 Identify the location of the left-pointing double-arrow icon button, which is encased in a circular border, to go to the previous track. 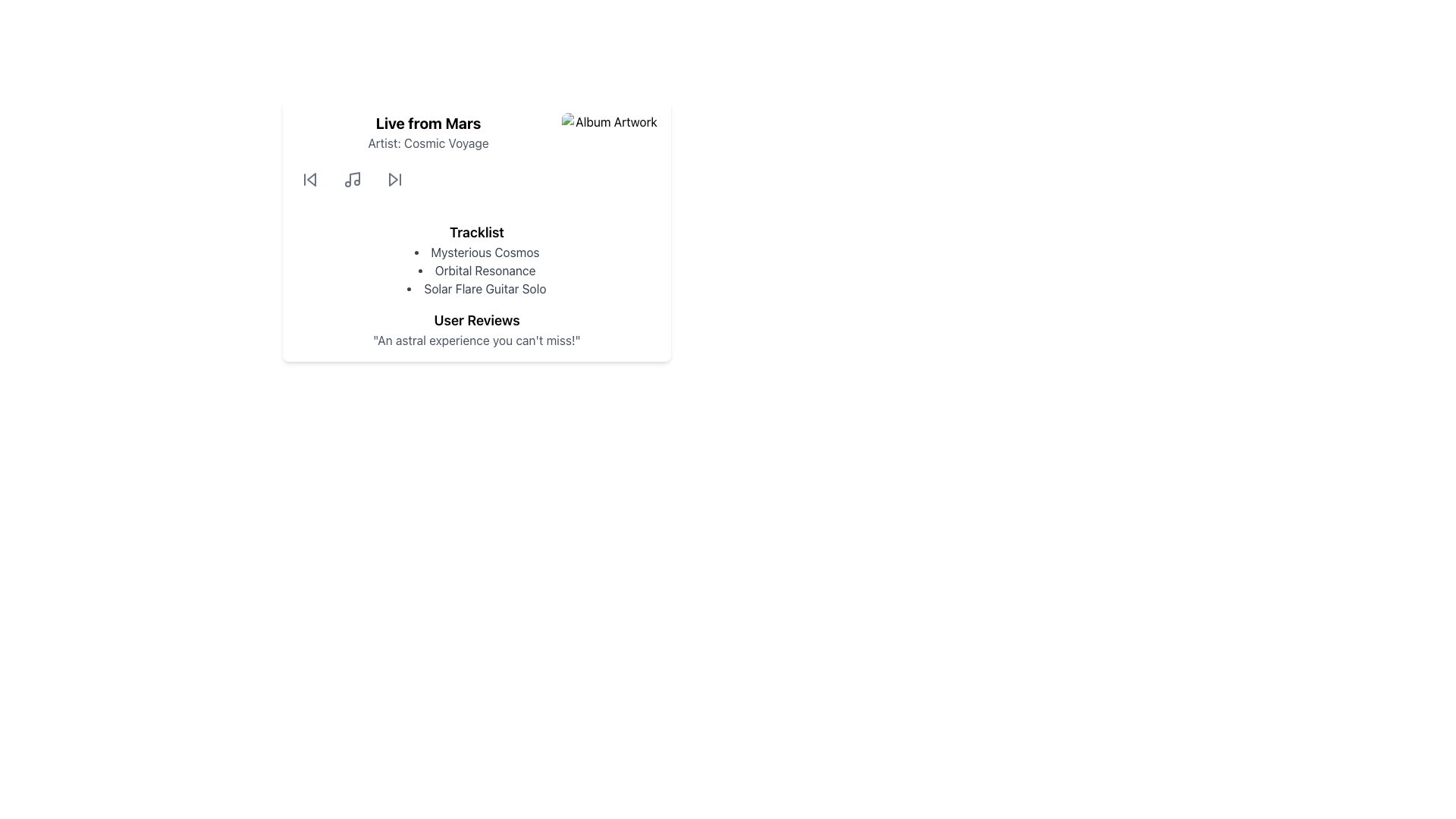
(309, 178).